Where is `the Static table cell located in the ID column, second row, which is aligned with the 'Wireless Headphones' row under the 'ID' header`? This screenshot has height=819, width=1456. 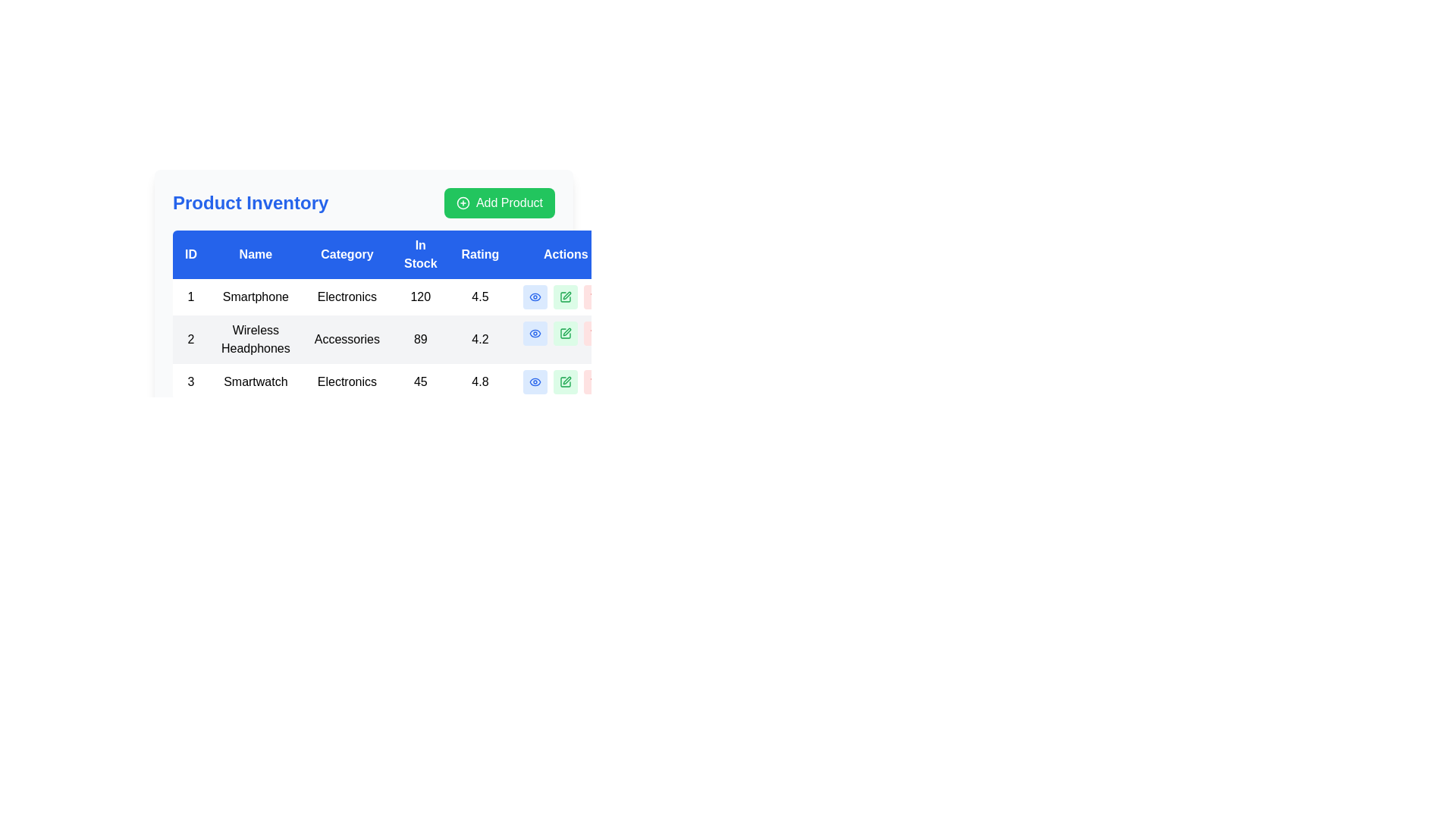
the Static table cell located in the ID column, second row, which is aligned with the 'Wireless Headphones' row under the 'ID' header is located at coordinates (190, 338).